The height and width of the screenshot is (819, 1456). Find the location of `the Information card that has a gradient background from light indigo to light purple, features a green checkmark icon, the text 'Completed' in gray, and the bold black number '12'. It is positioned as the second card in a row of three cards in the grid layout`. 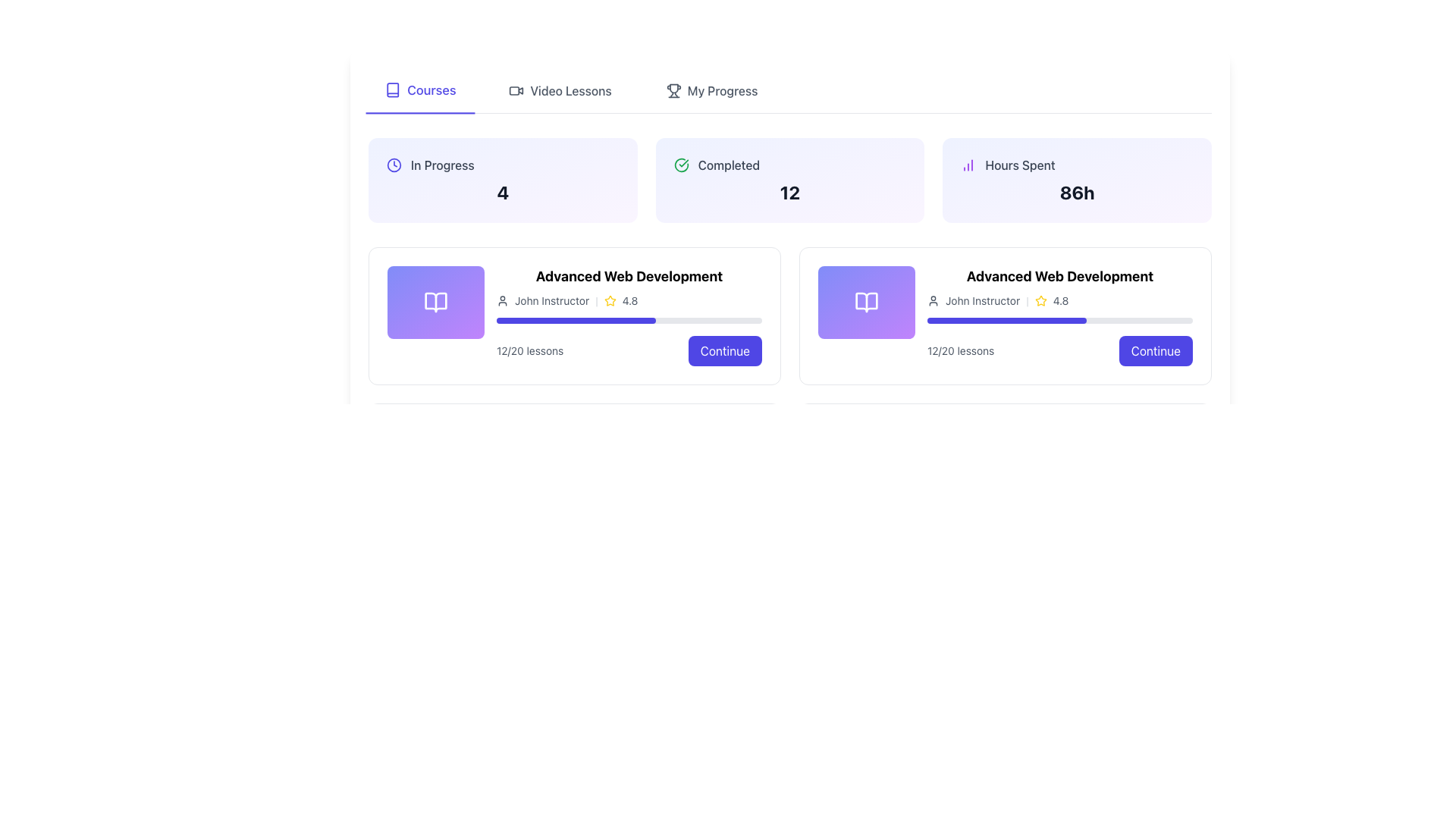

the Information card that has a gradient background from light indigo to light purple, features a green checkmark icon, the text 'Completed' in gray, and the bold black number '12'. It is positioned as the second card in a row of three cards in the grid layout is located at coordinates (789, 180).